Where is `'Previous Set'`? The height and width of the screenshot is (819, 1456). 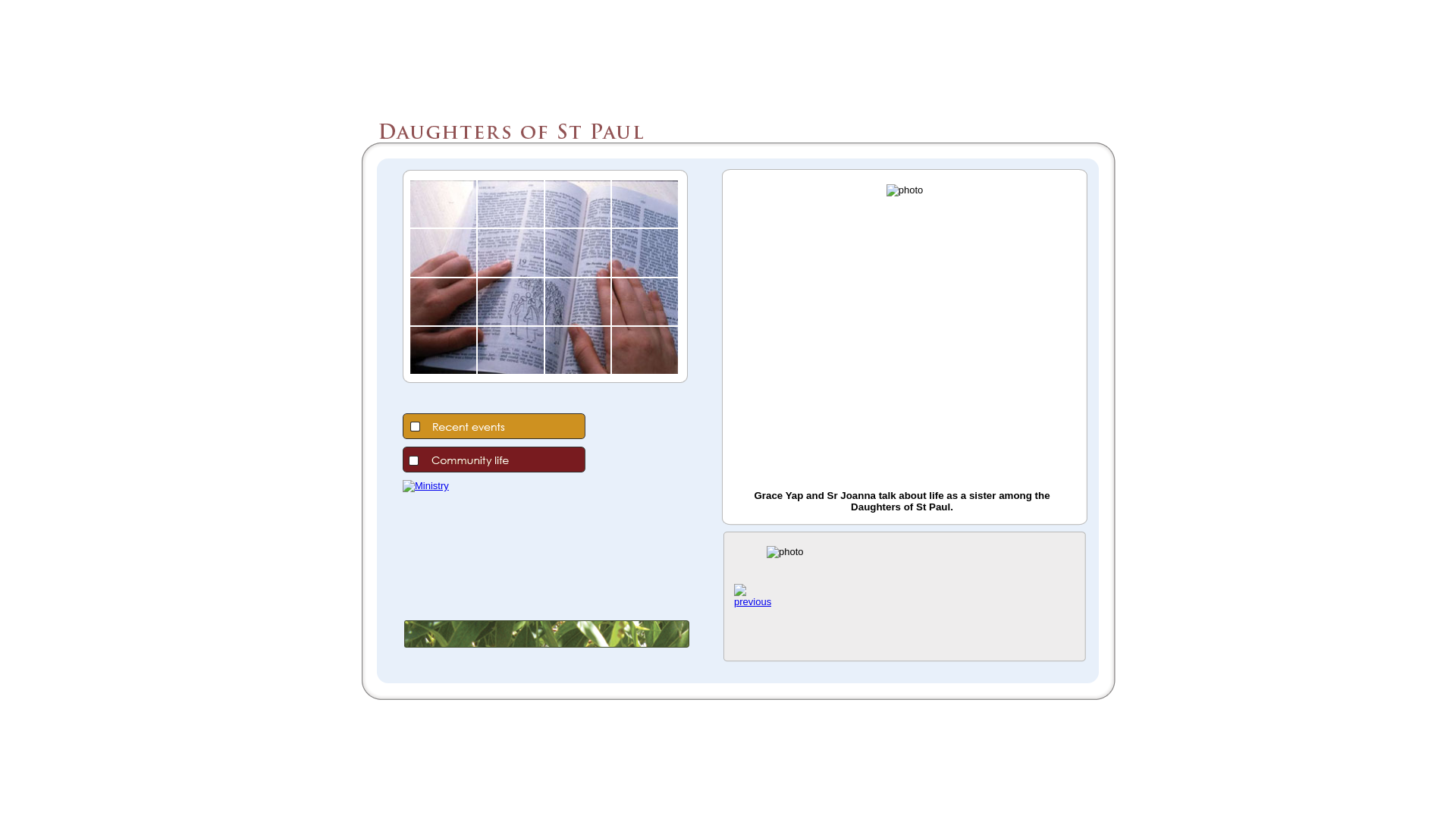
'Previous Set' is located at coordinates (734, 601).